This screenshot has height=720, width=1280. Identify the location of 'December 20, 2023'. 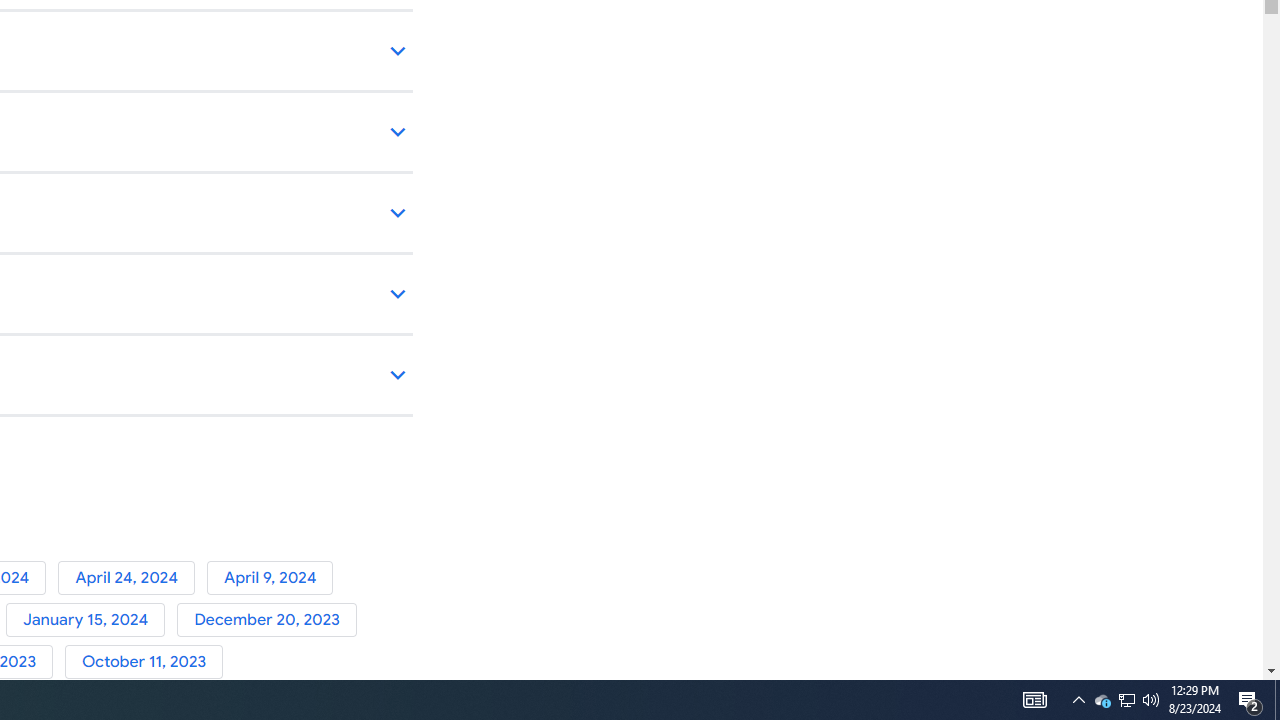
(269, 619).